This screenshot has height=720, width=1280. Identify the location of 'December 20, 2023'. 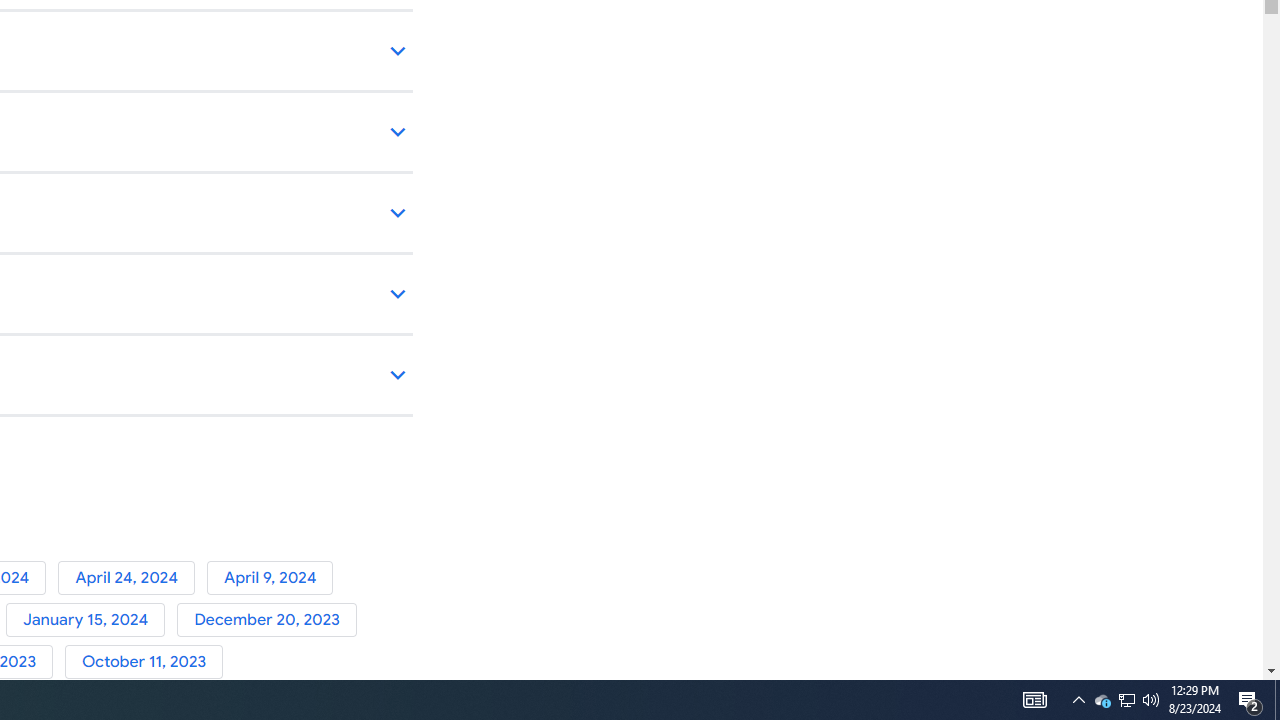
(269, 619).